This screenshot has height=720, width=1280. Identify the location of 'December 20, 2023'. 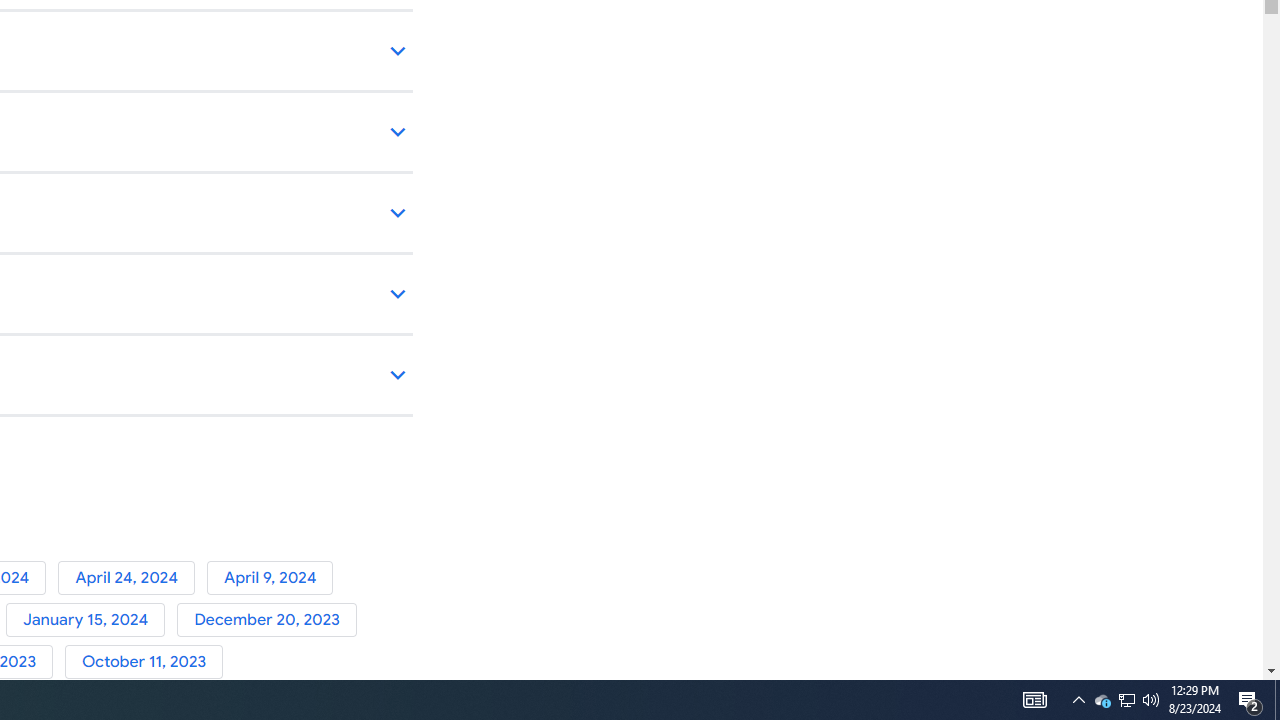
(269, 619).